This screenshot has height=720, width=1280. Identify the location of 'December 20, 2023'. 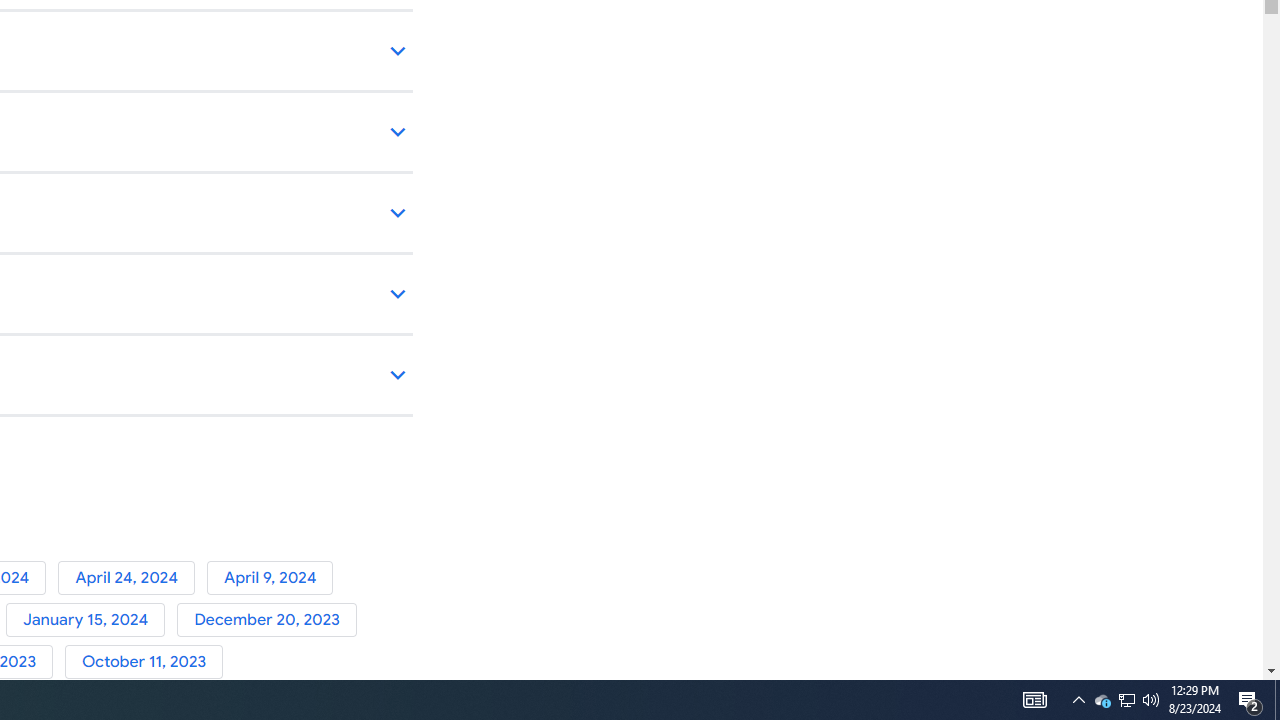
(269, 619).